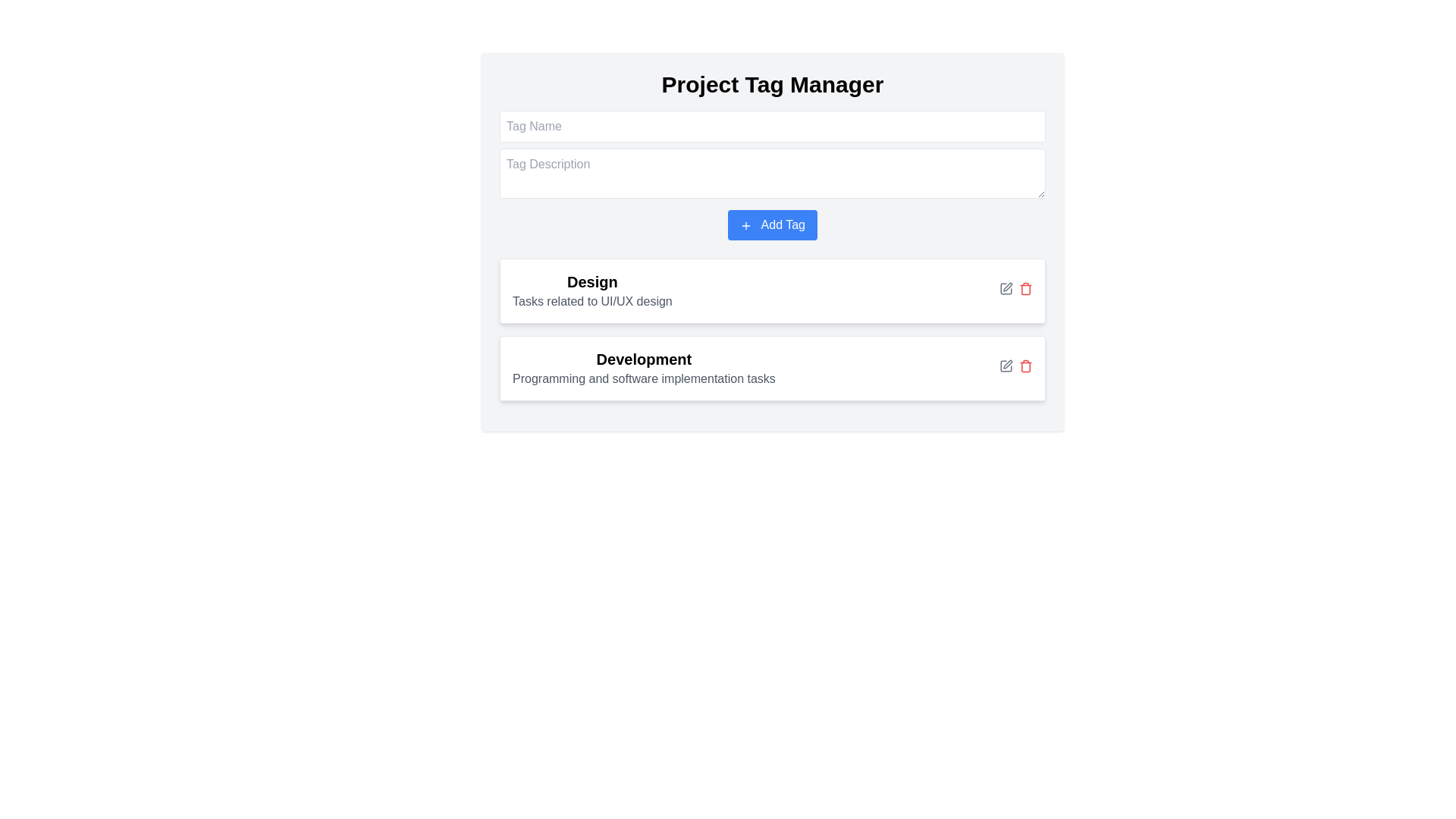 The width and height of the screenshot is (1456, 819). What do you see at coordinates (1015, 291) in the screenshot?
I see `the edit icon (pencil symbol) located at the top-right corner of the 'Design' section` at bounding box center [1015, 291].